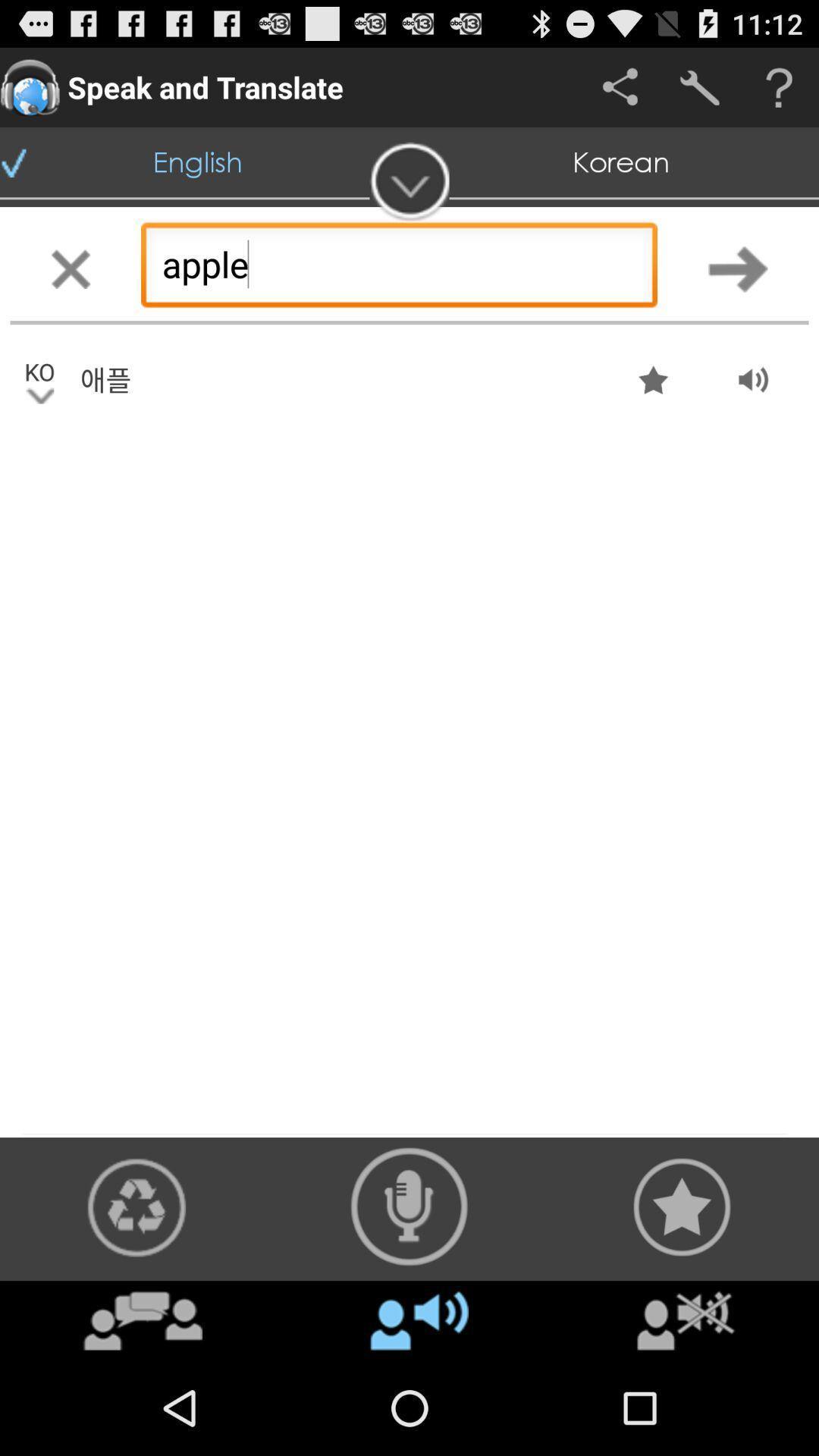  What do you see at coordinates (737, 268) in the screenshot?
I see `next step` at bounding box center [737, 268].